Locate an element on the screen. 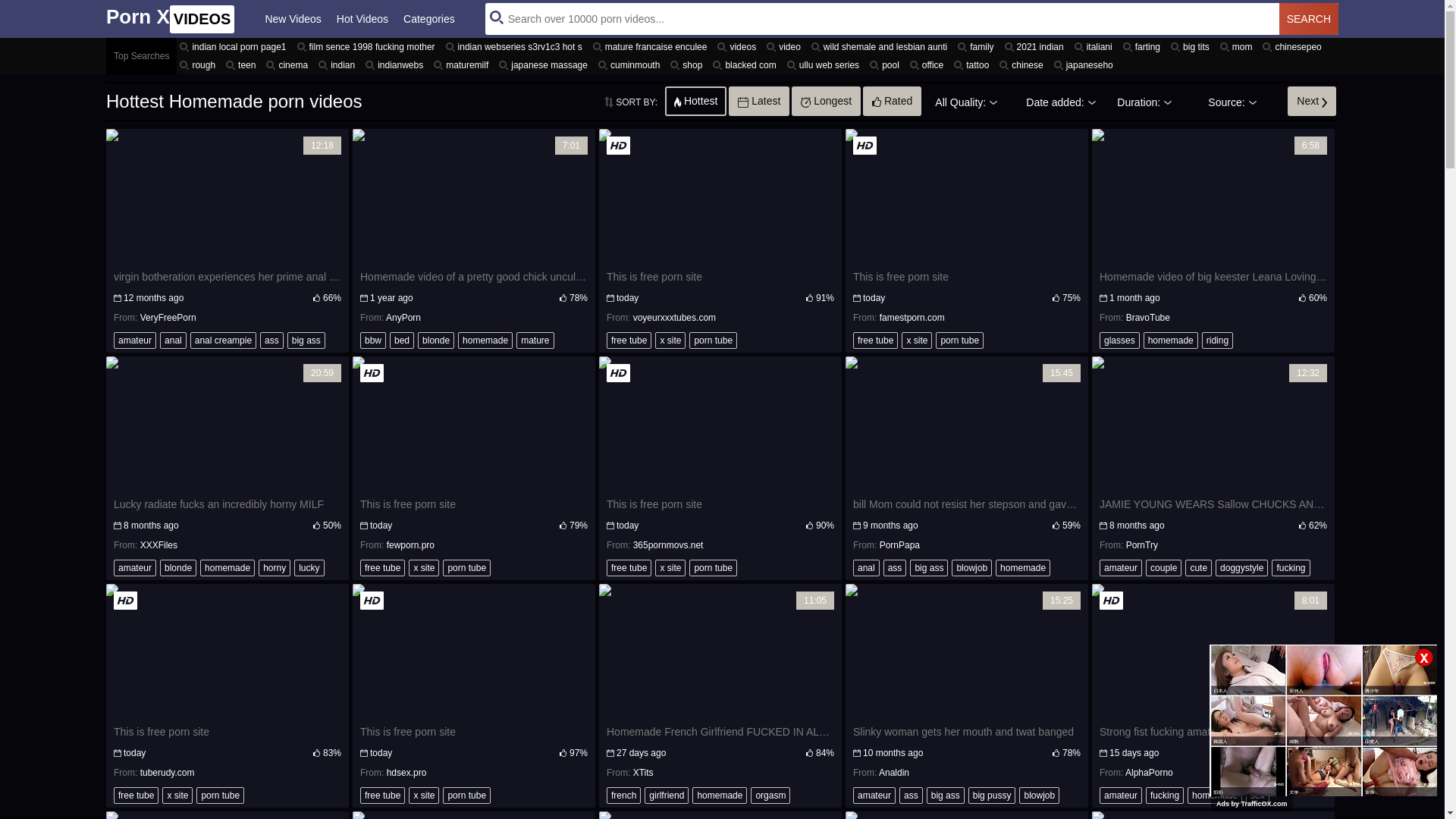 The height and width of the screenshot is (819, 1456). 'big ass' is located at coordinates (927, 567).